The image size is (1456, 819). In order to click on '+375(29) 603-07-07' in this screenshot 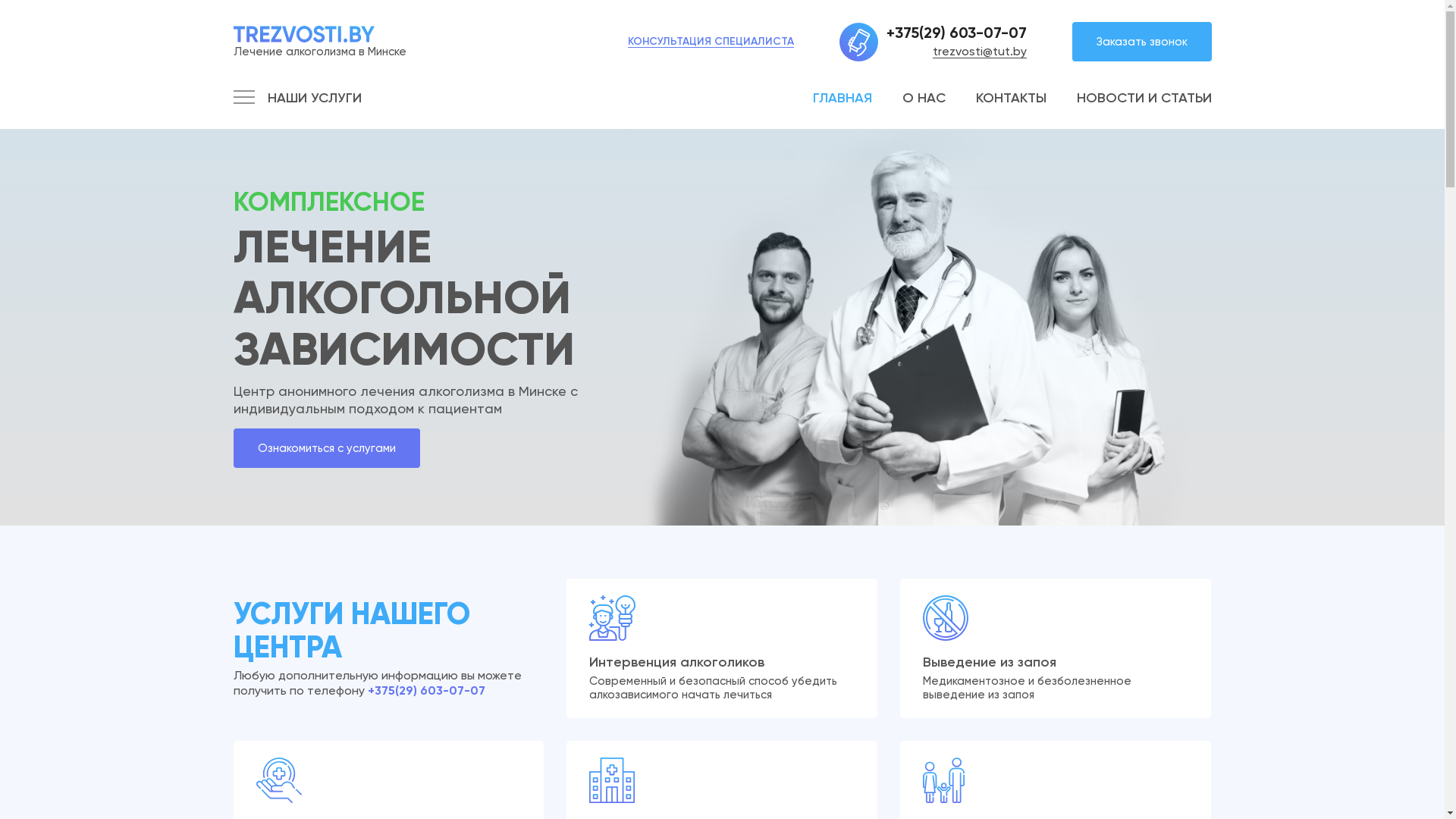, I will do `click(955, 32)`.